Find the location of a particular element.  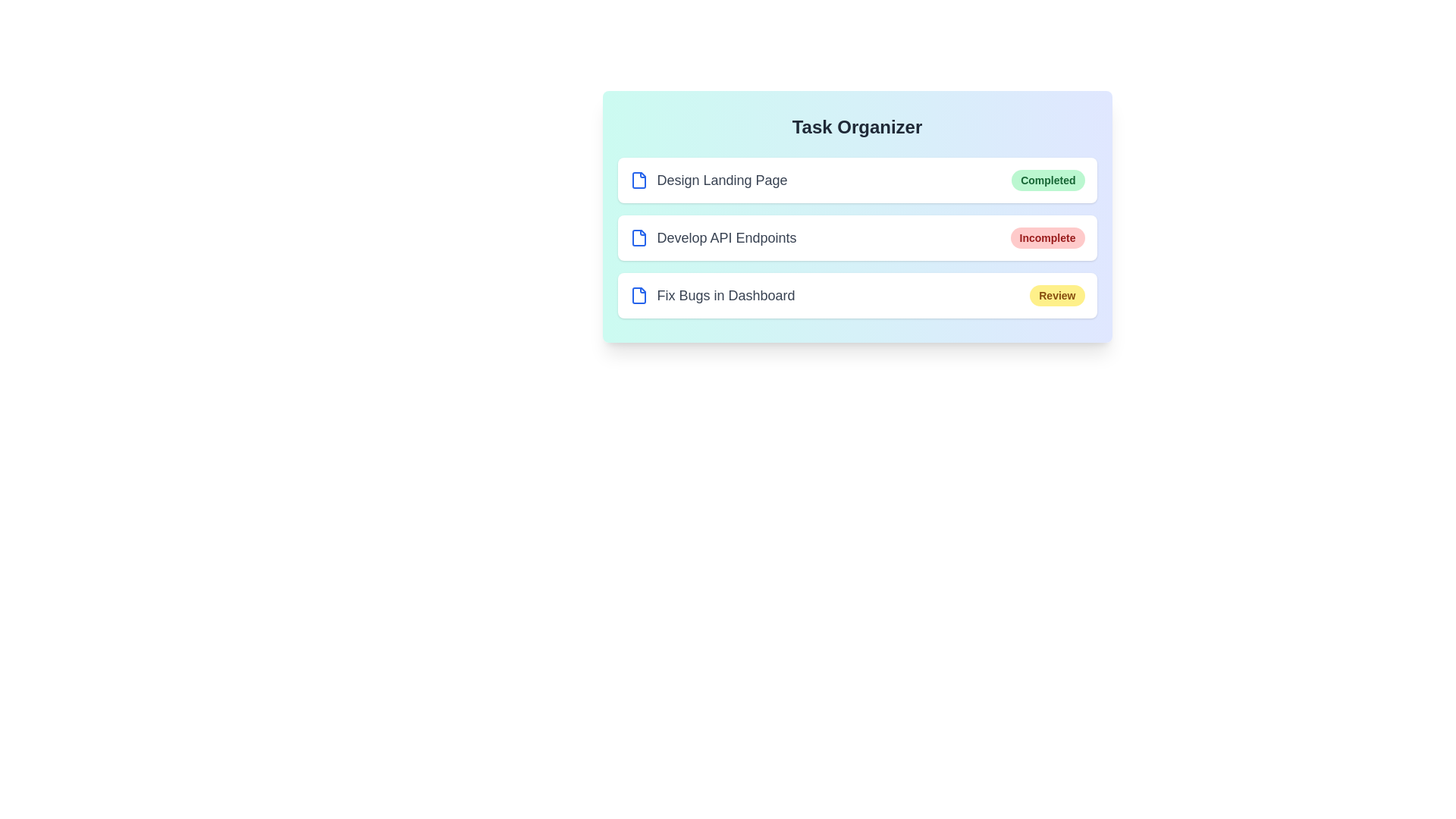

the status button of the task named Design Landing Page to toggle its completion status is located at coordinates (1047, 180).